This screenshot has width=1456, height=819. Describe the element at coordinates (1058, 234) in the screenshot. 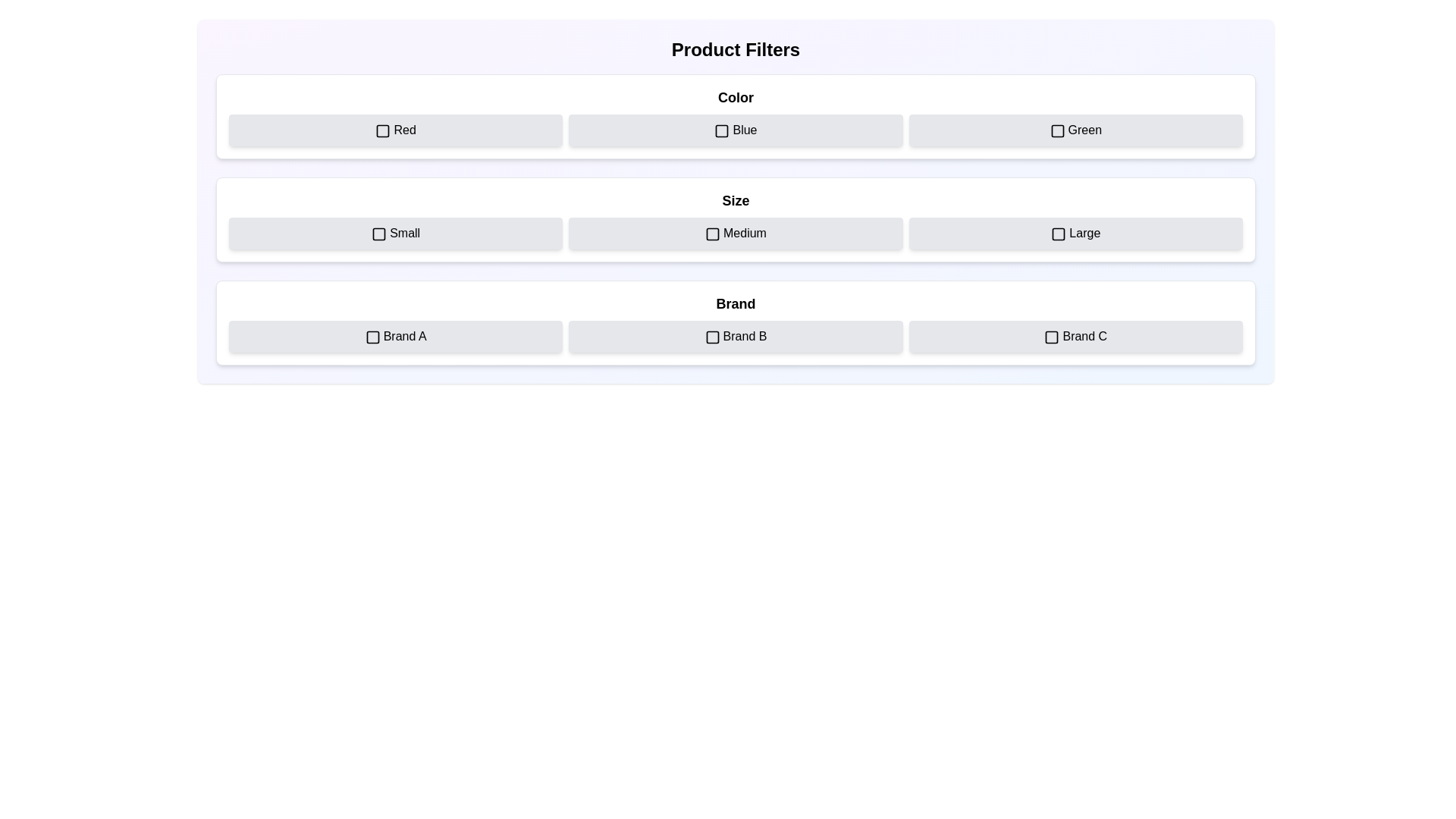

I see `the visual checkbox for the 'Large' size option located` at that location.